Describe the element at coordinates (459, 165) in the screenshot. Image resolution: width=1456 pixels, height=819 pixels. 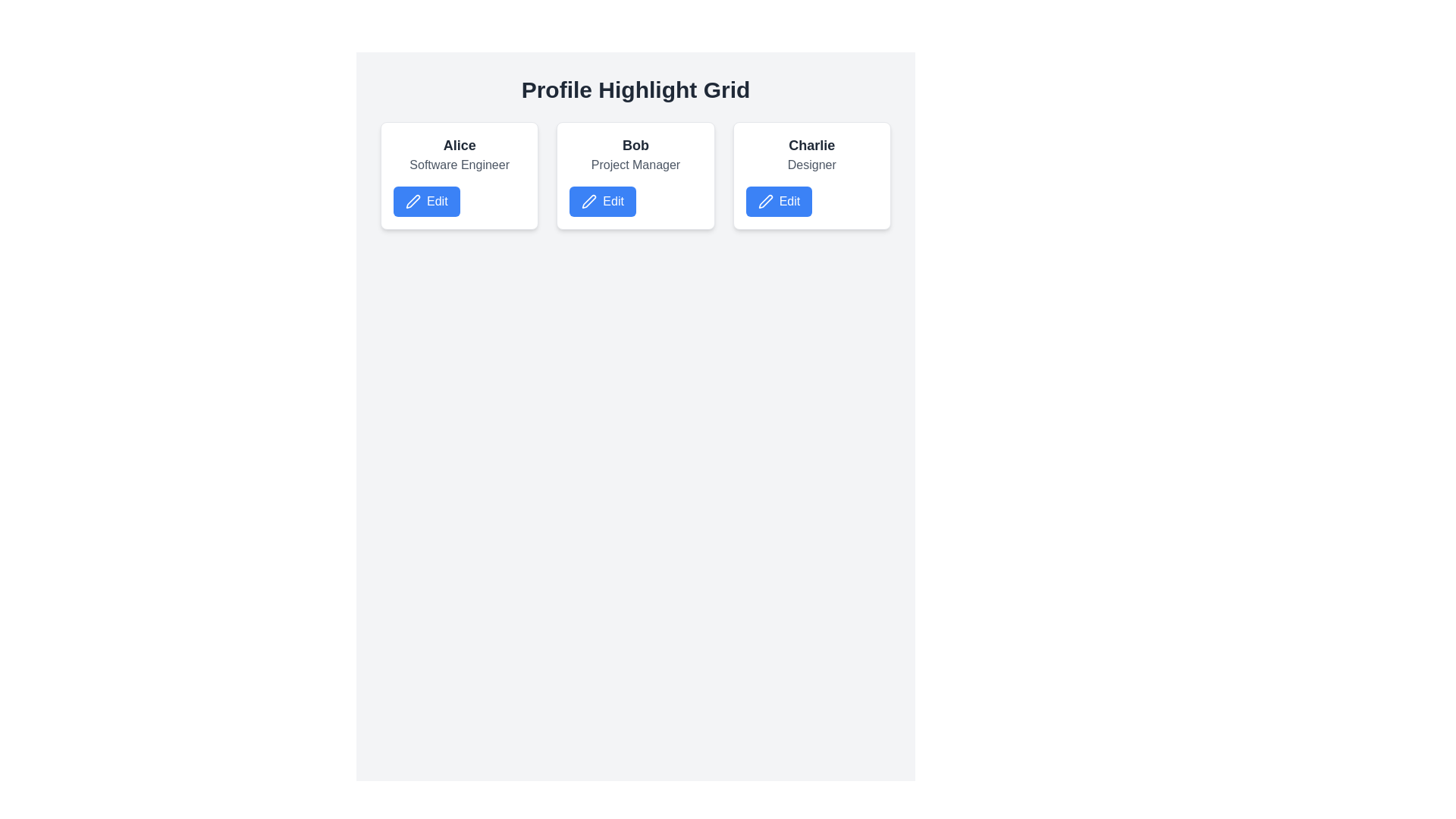
I see `the static text element displaying the job title of Alice, located in the profile card between her name and the Edit button` at that location.